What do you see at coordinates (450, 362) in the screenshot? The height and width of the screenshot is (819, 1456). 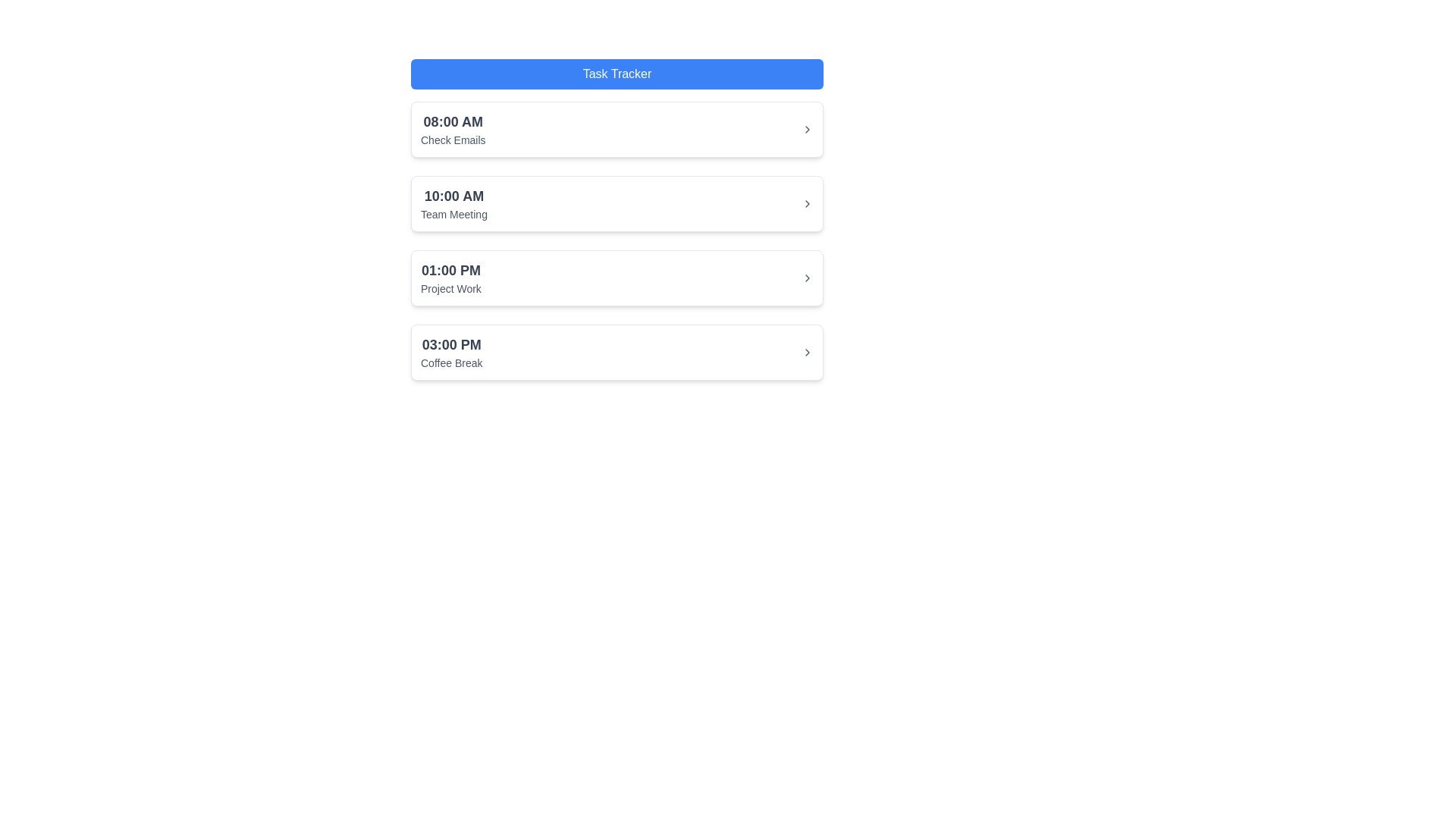 I see `the static text label displaying 'Coffee Break', which is styled in small-sized, gray-colored text and located below the '03:00 PM' bolded text in the fourth item of a vertically aligned list of time blocks` at bounding box center [450, 362].